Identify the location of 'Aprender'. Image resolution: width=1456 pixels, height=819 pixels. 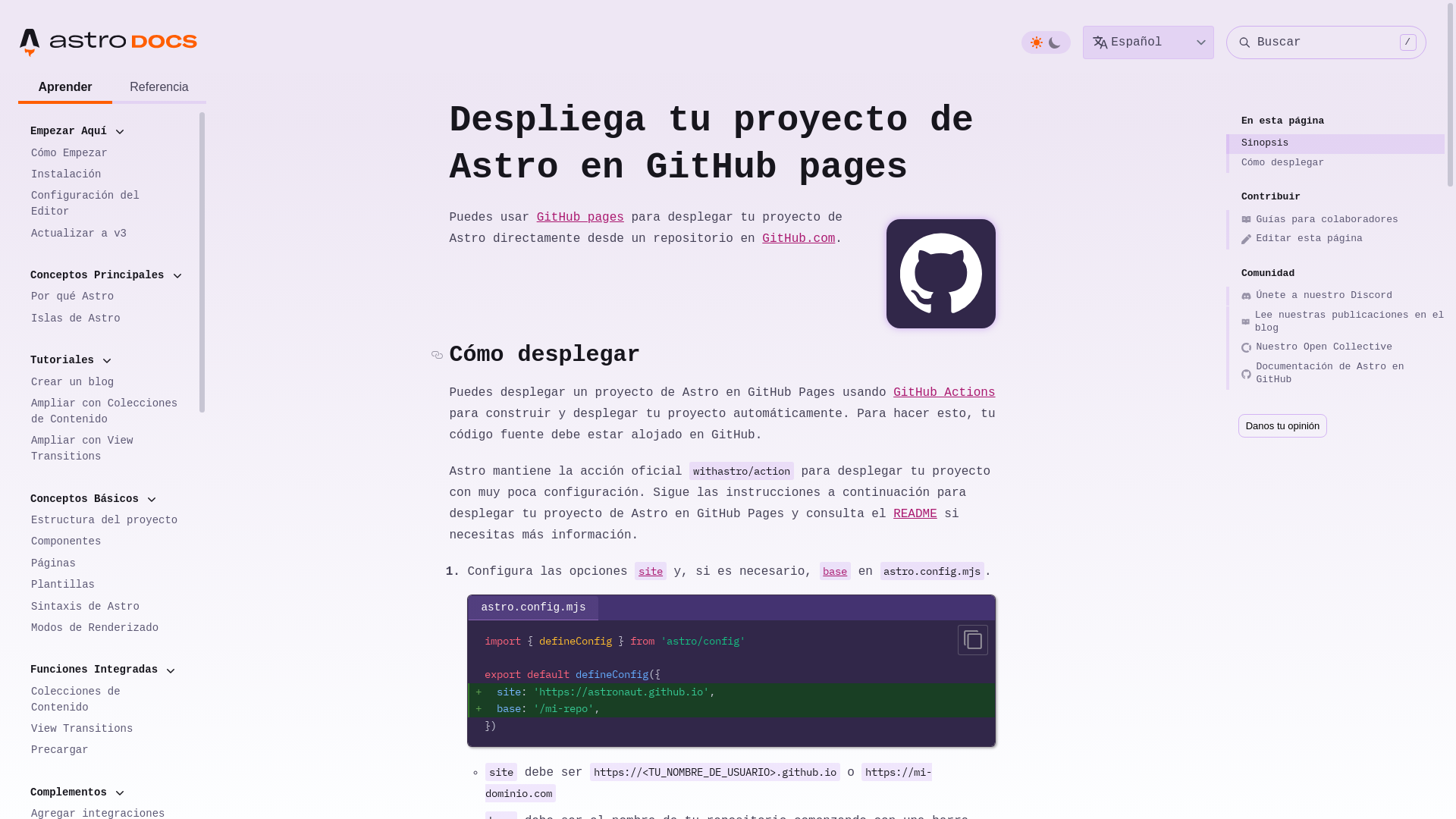
(64, 88).